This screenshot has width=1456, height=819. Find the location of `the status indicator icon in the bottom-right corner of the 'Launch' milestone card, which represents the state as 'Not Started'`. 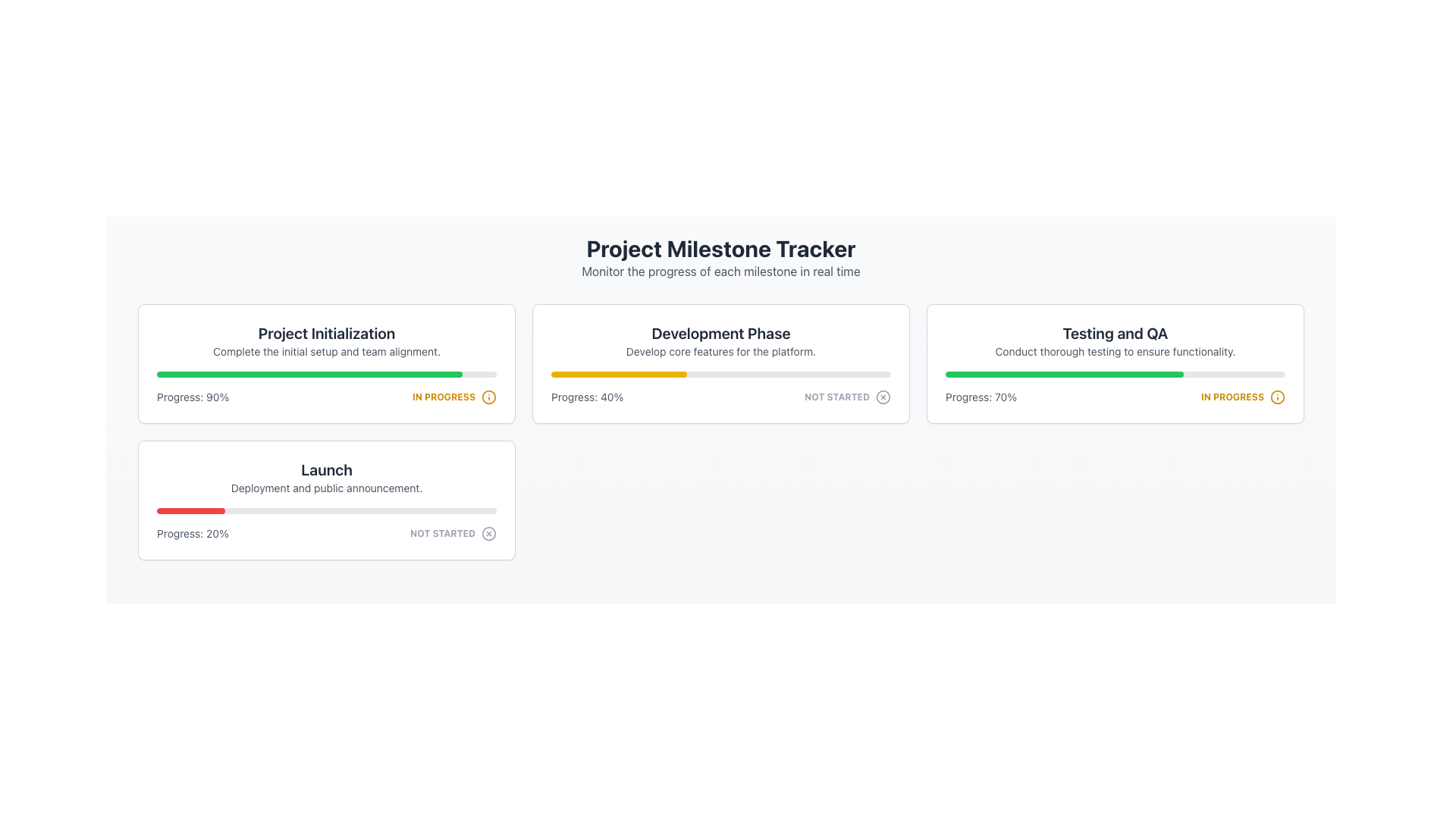

the status indicator icon in the bottom-right corner of the 'Launch' milestone card, which represents the state as 'Not Started' is located at coordinates (488, 533).